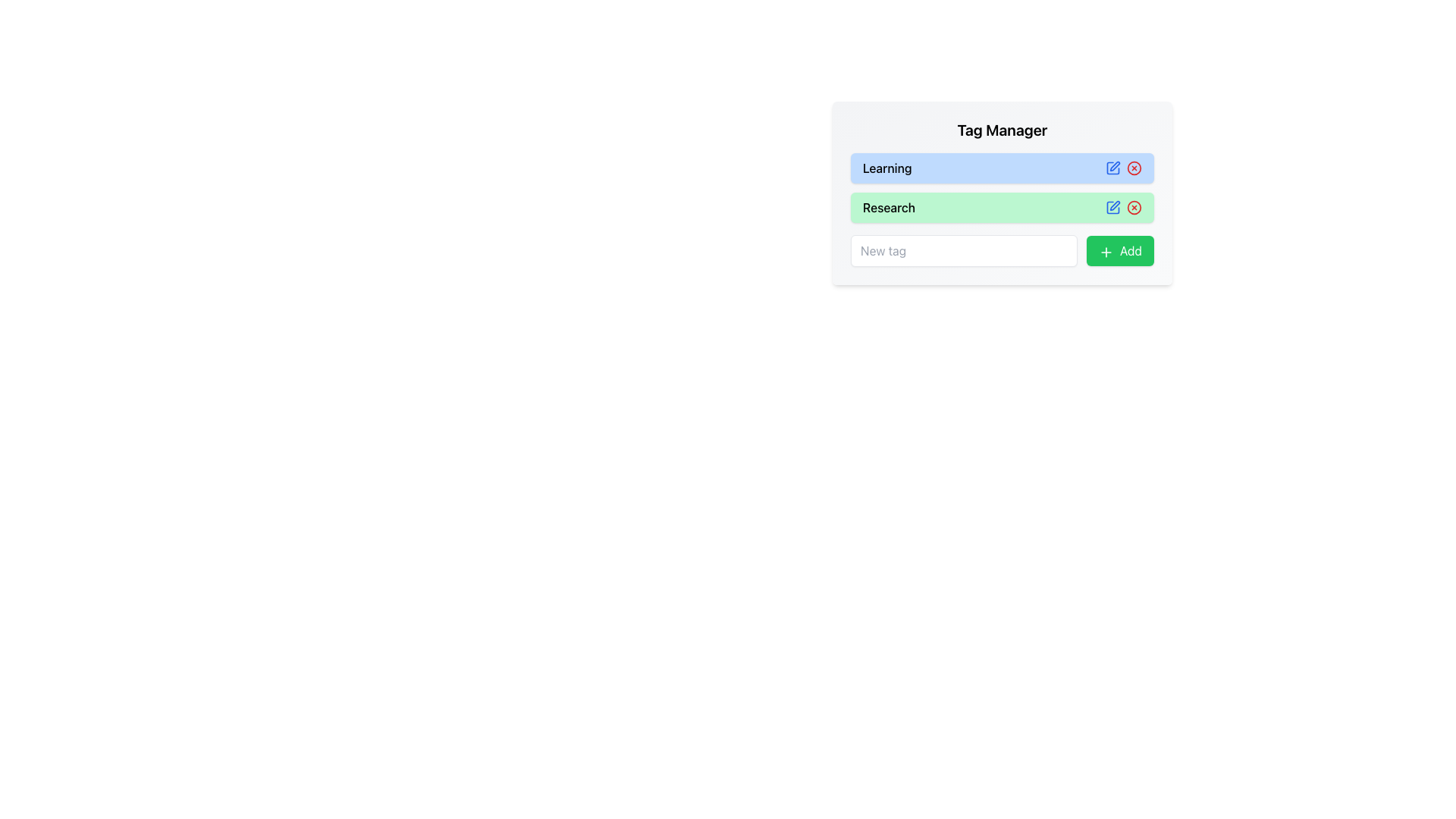  Describe the element at coordinates (1113, 207) in the screenshot. I see `the 'edit' icon button located to the right of the green 'Research' tag to change its color` at that location.